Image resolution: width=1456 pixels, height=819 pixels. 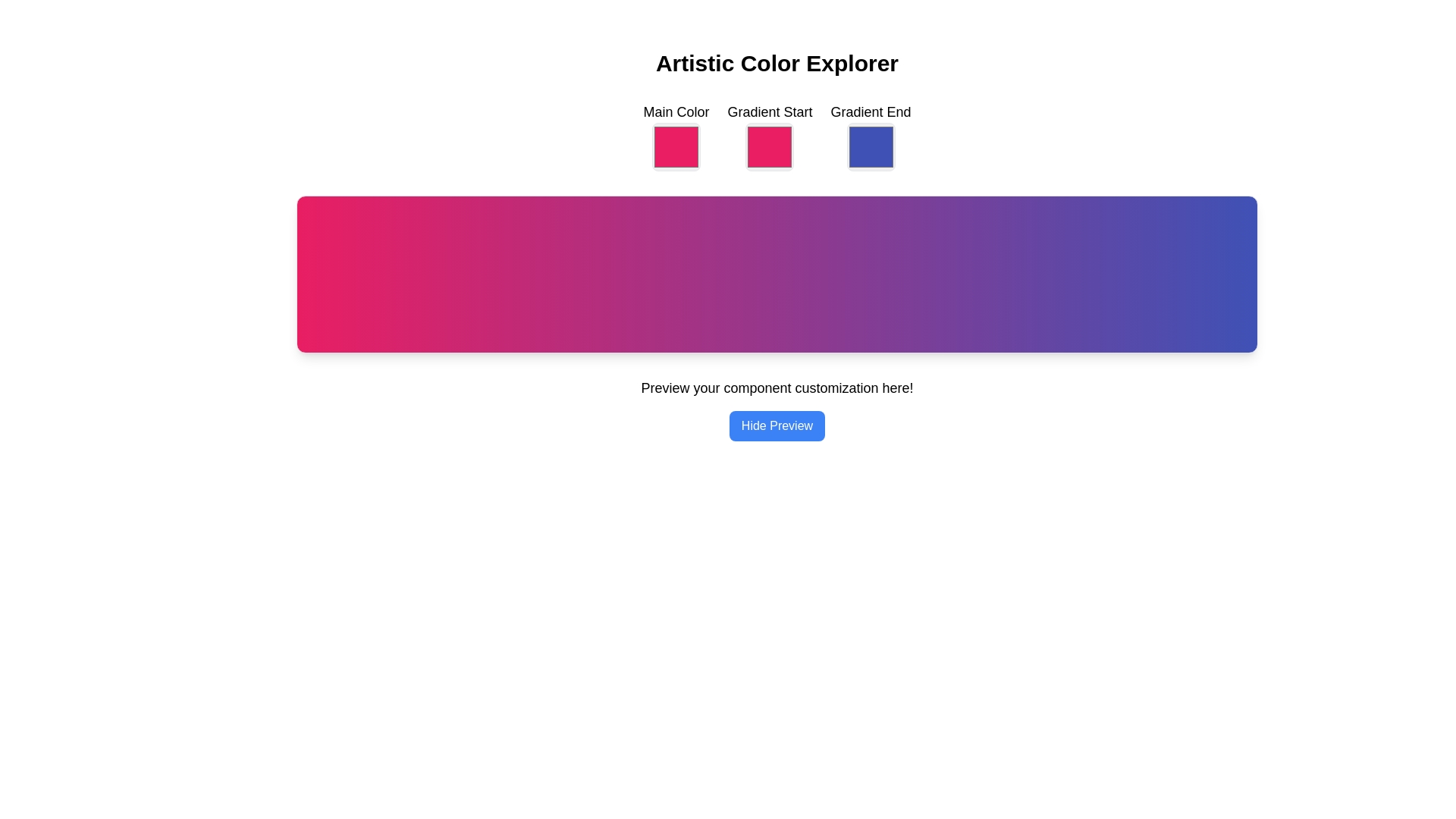 I want to click on the 'Gradient End' color picker square, which is the rightmost square with a blue fill and a light gray border, so click(x=871, y=136).